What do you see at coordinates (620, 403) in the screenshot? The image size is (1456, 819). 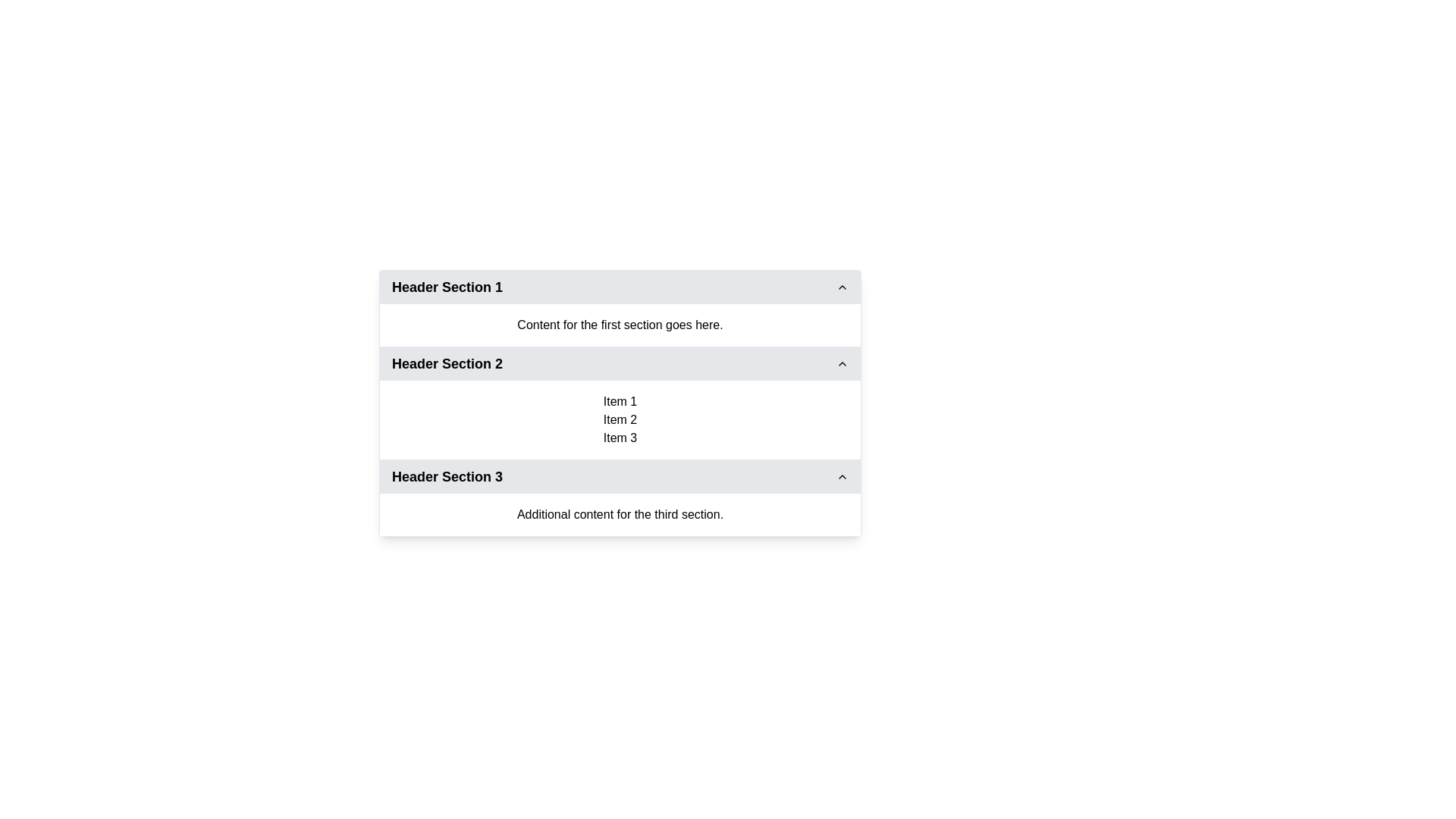 I see `individual items within the list of the collapsible section header located between 'Header Section 1' and 'Header Section 3'` at bounding box center [620, 403].